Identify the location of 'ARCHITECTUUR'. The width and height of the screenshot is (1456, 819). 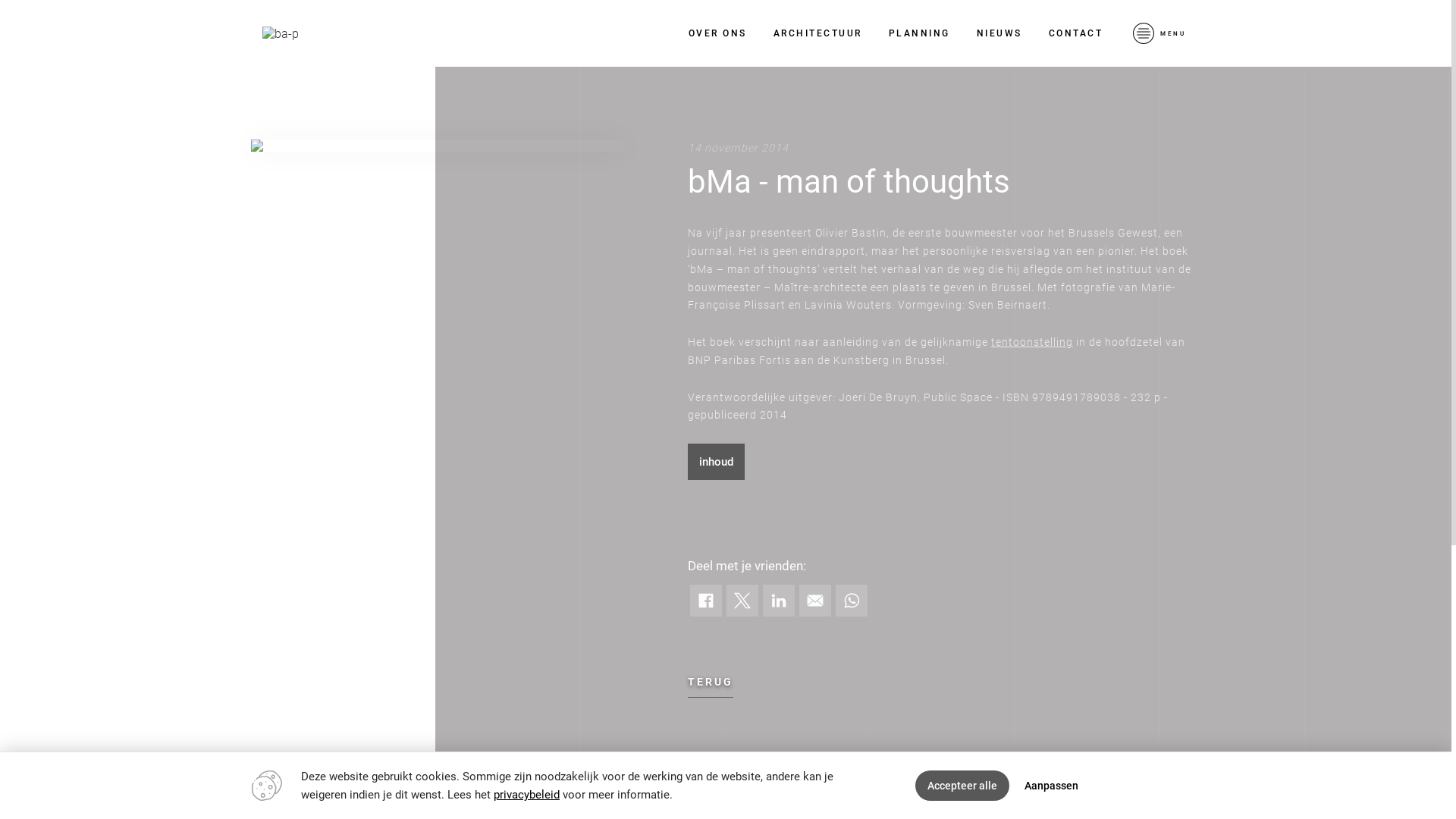
(817, 33).